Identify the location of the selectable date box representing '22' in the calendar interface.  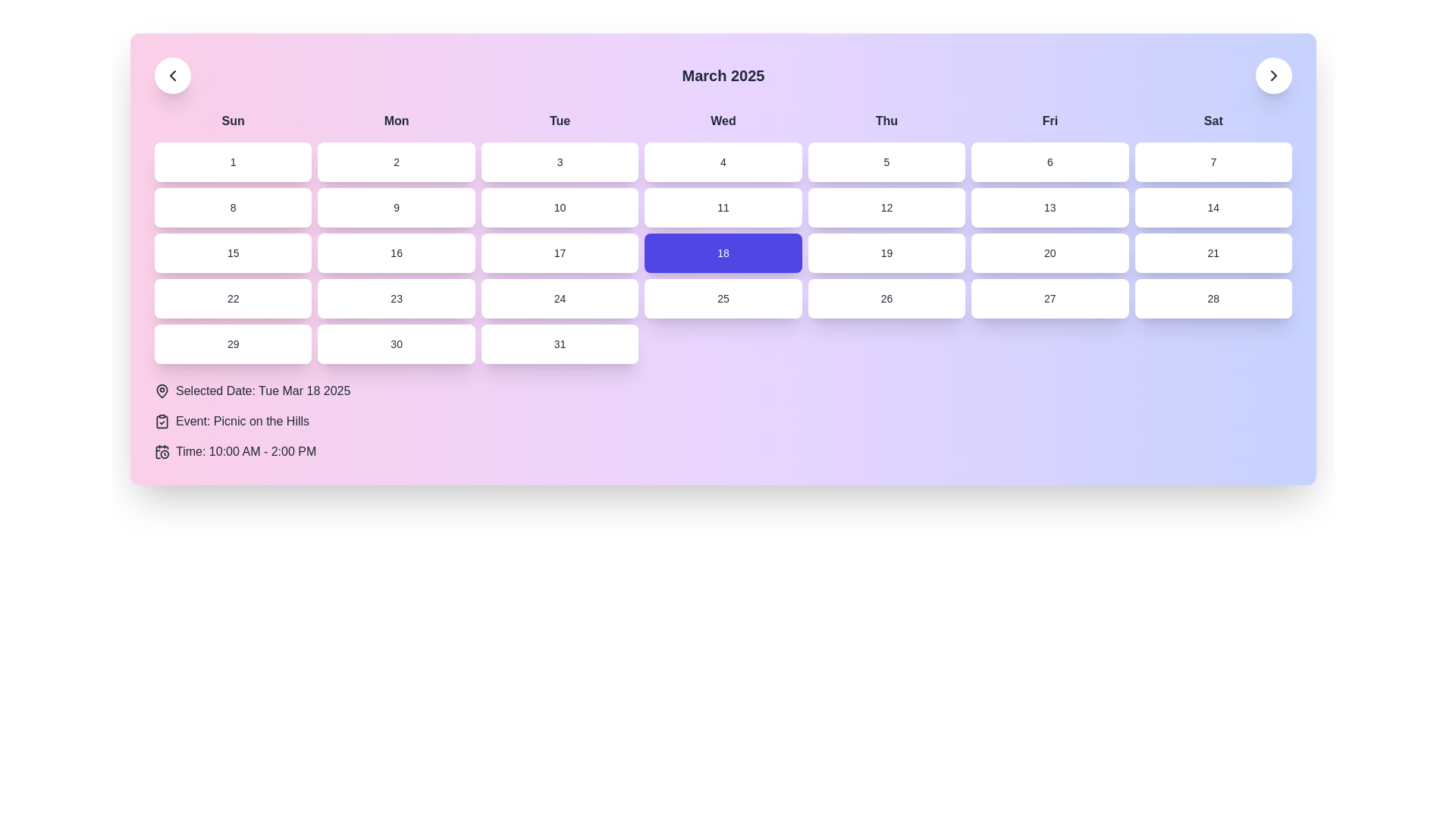
(232, 298).